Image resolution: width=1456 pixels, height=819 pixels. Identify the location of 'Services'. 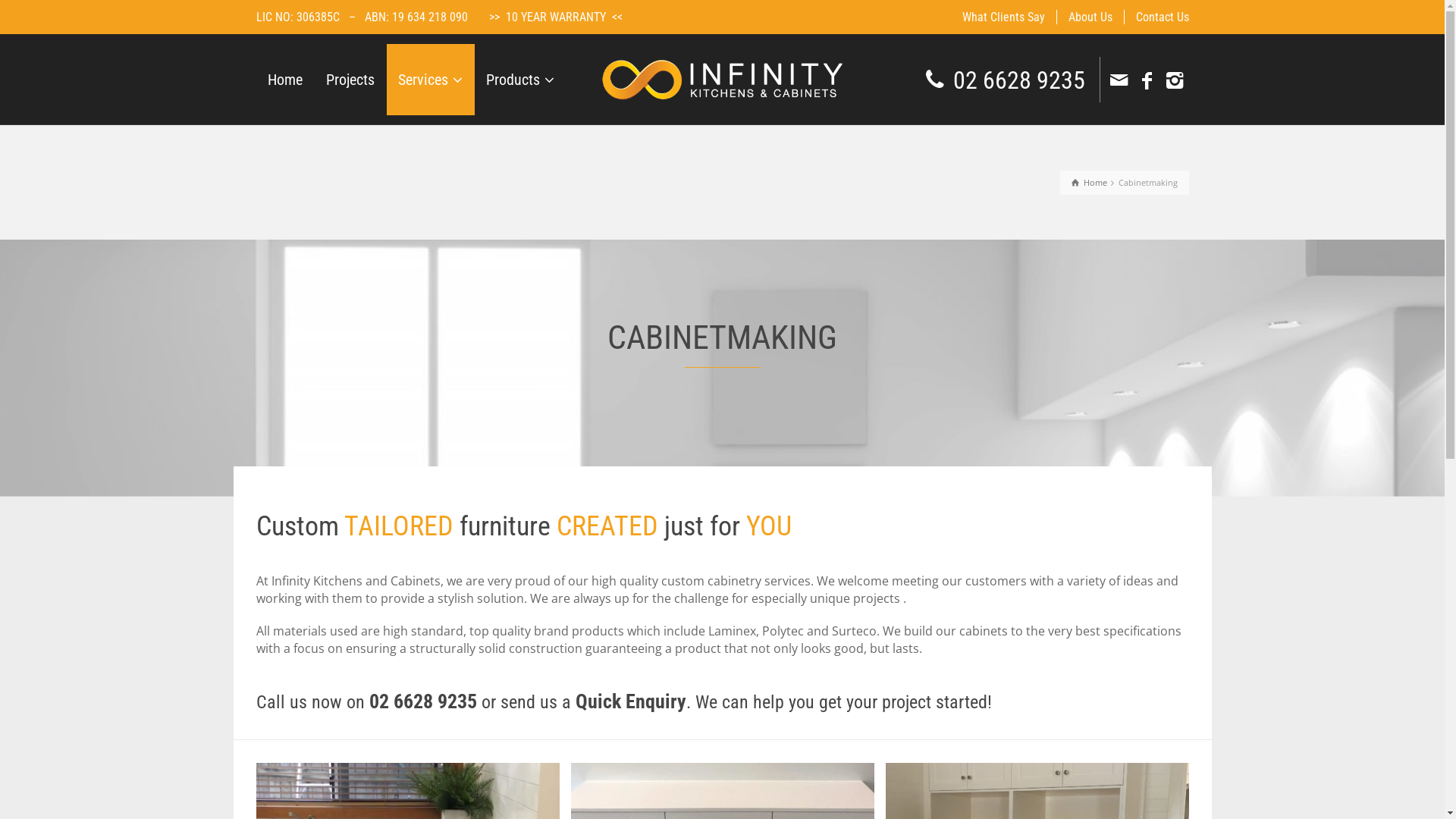
(429, 79).